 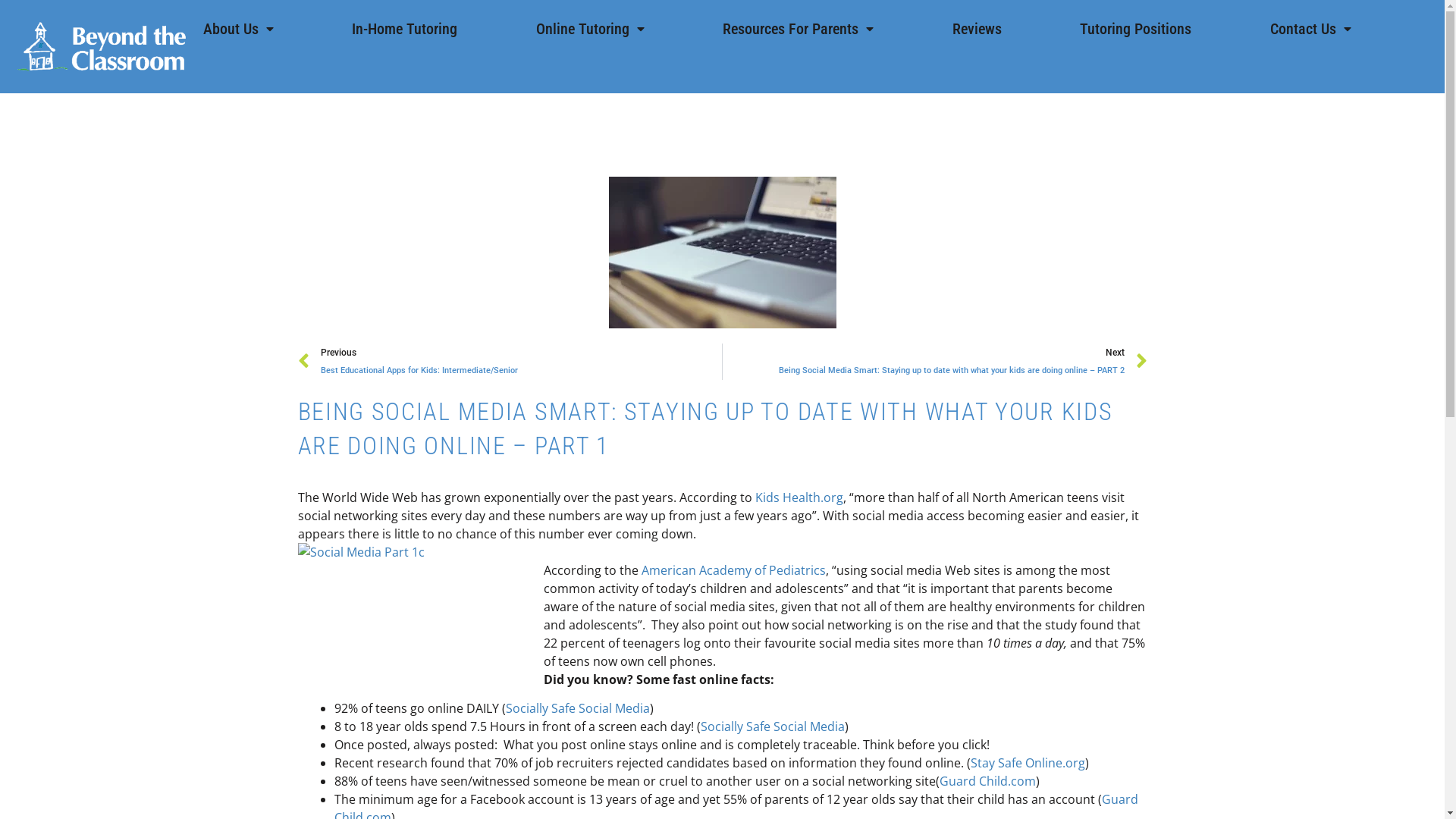 What do you see at coordinates (772, 725) in the screenshot?
I see `'Socially Safe Social Media'` at bounding box center [772, 725].